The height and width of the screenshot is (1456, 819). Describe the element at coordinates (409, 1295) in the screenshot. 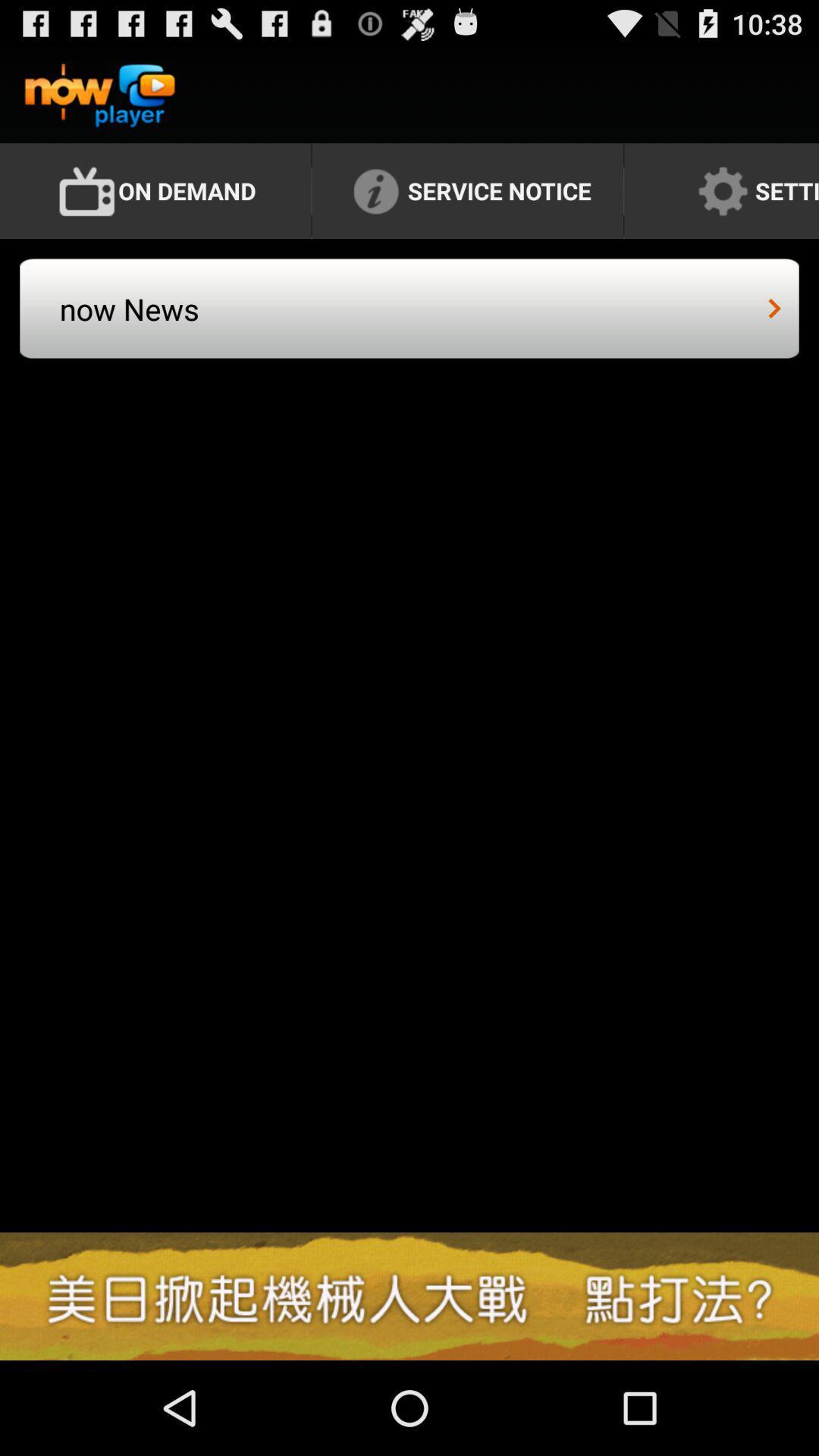

I see `the app below now news app` at that location.